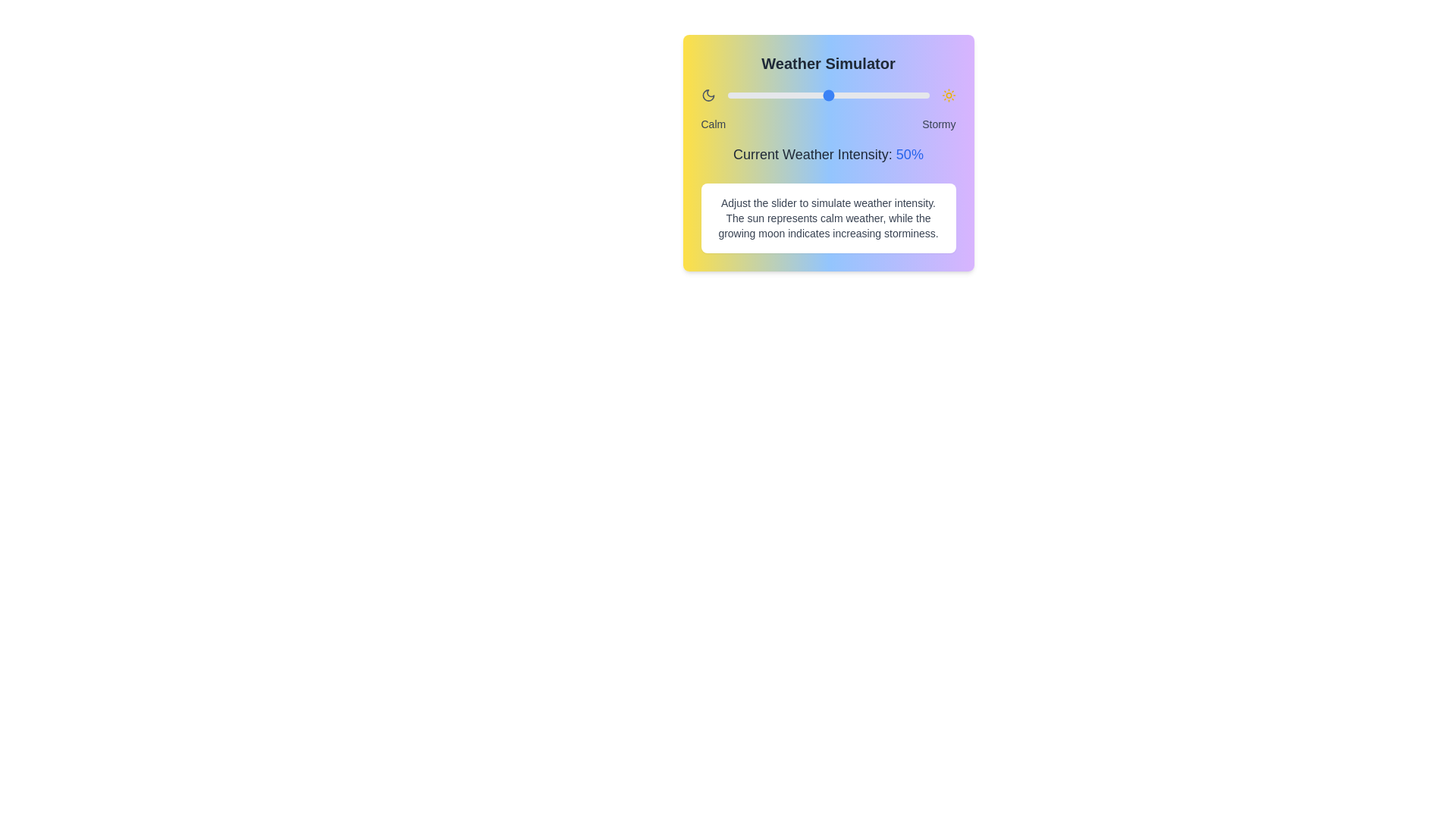 This screenshot has width=1456, height=819. I want to click on the weather intensity slider to 41%, so click(809, 96).